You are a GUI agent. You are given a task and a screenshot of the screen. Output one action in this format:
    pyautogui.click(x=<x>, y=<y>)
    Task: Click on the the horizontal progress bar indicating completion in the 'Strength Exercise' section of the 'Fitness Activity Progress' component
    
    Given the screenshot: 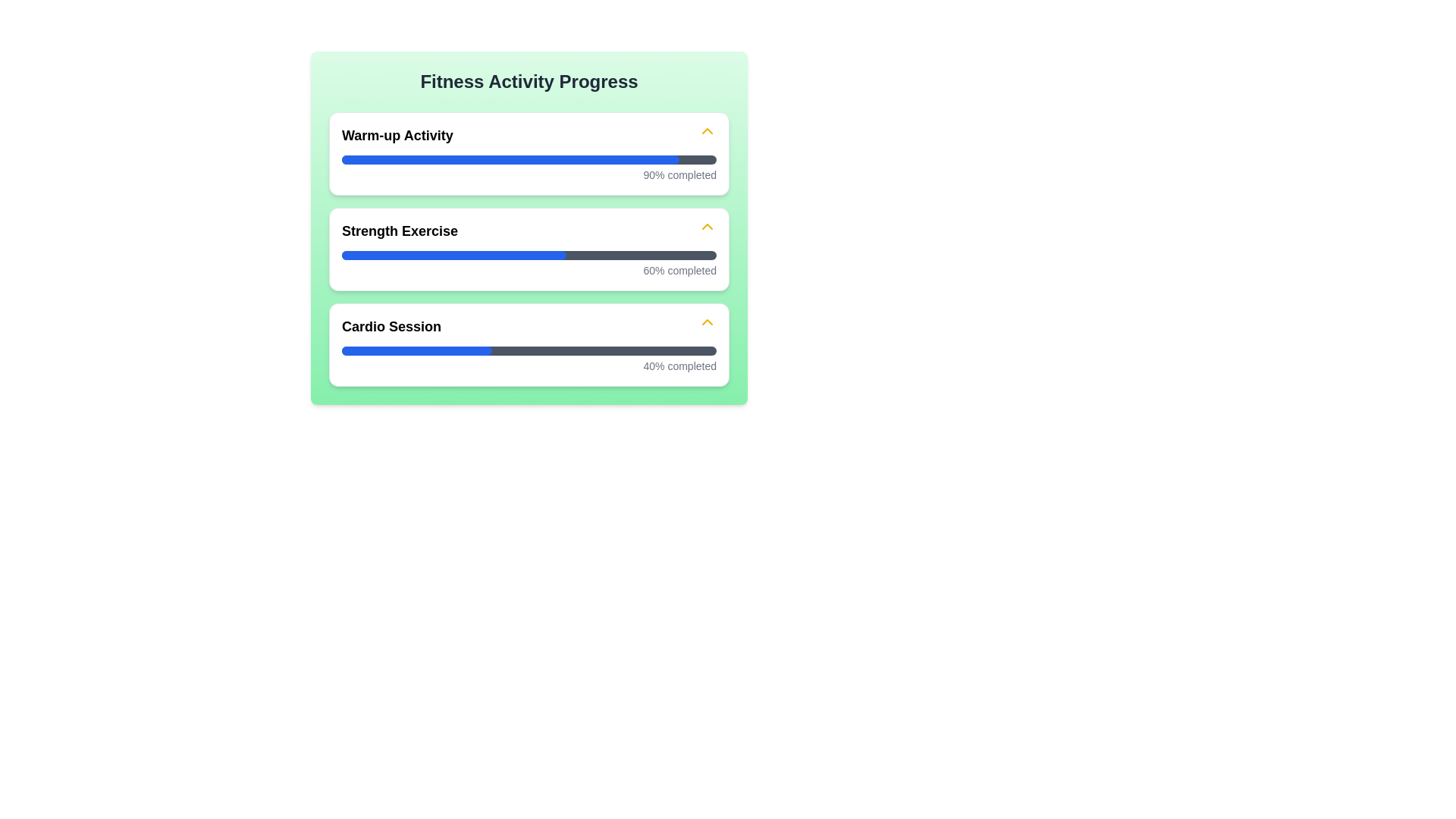 What is the action you would take?
    pyautogui.click(x=529, y=254)
    